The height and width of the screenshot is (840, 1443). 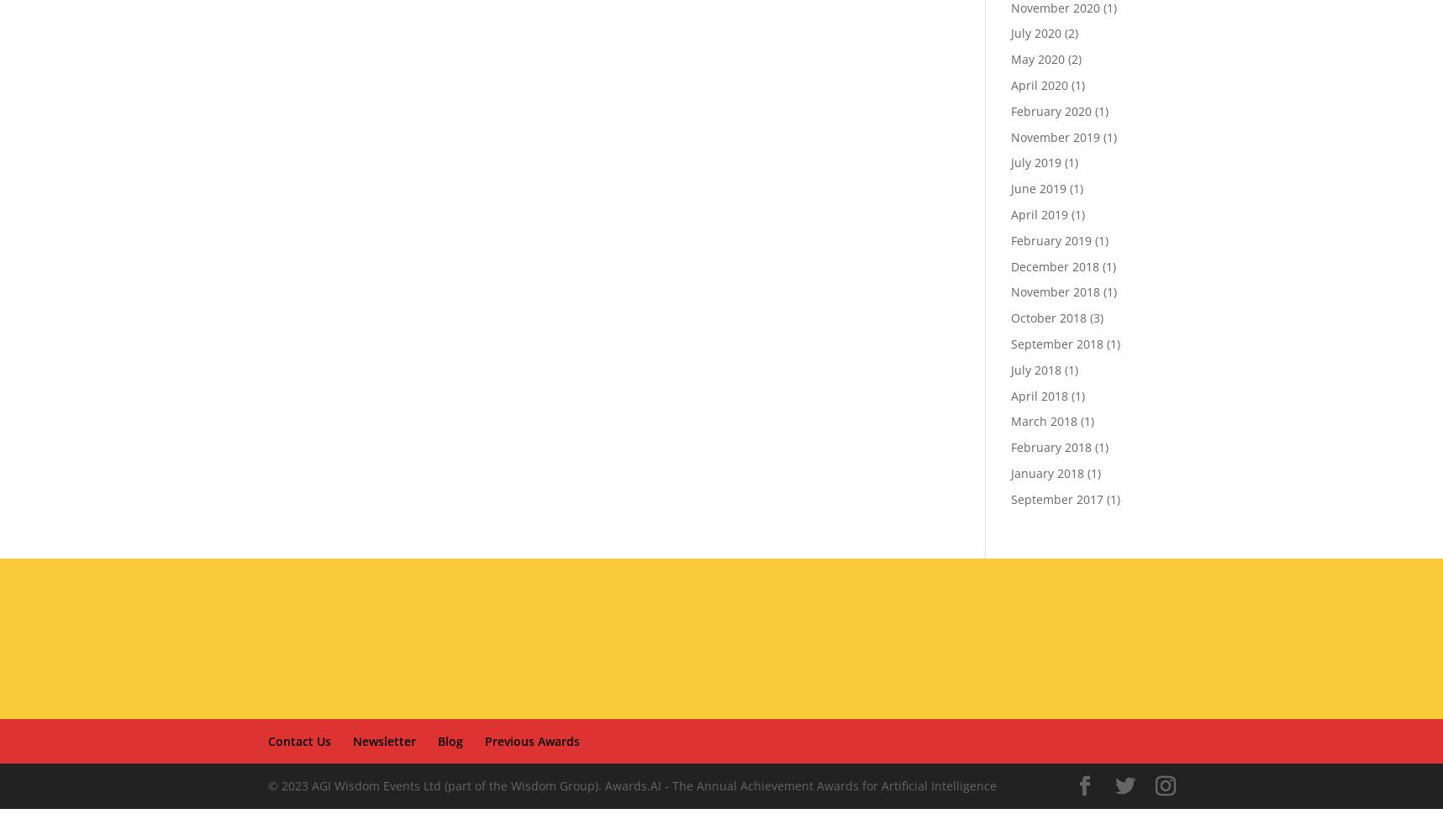 What do you see at coordinates (1035, 33) in the screenshot?
I see `'July 2020'` at bounding box center [1035, 33].